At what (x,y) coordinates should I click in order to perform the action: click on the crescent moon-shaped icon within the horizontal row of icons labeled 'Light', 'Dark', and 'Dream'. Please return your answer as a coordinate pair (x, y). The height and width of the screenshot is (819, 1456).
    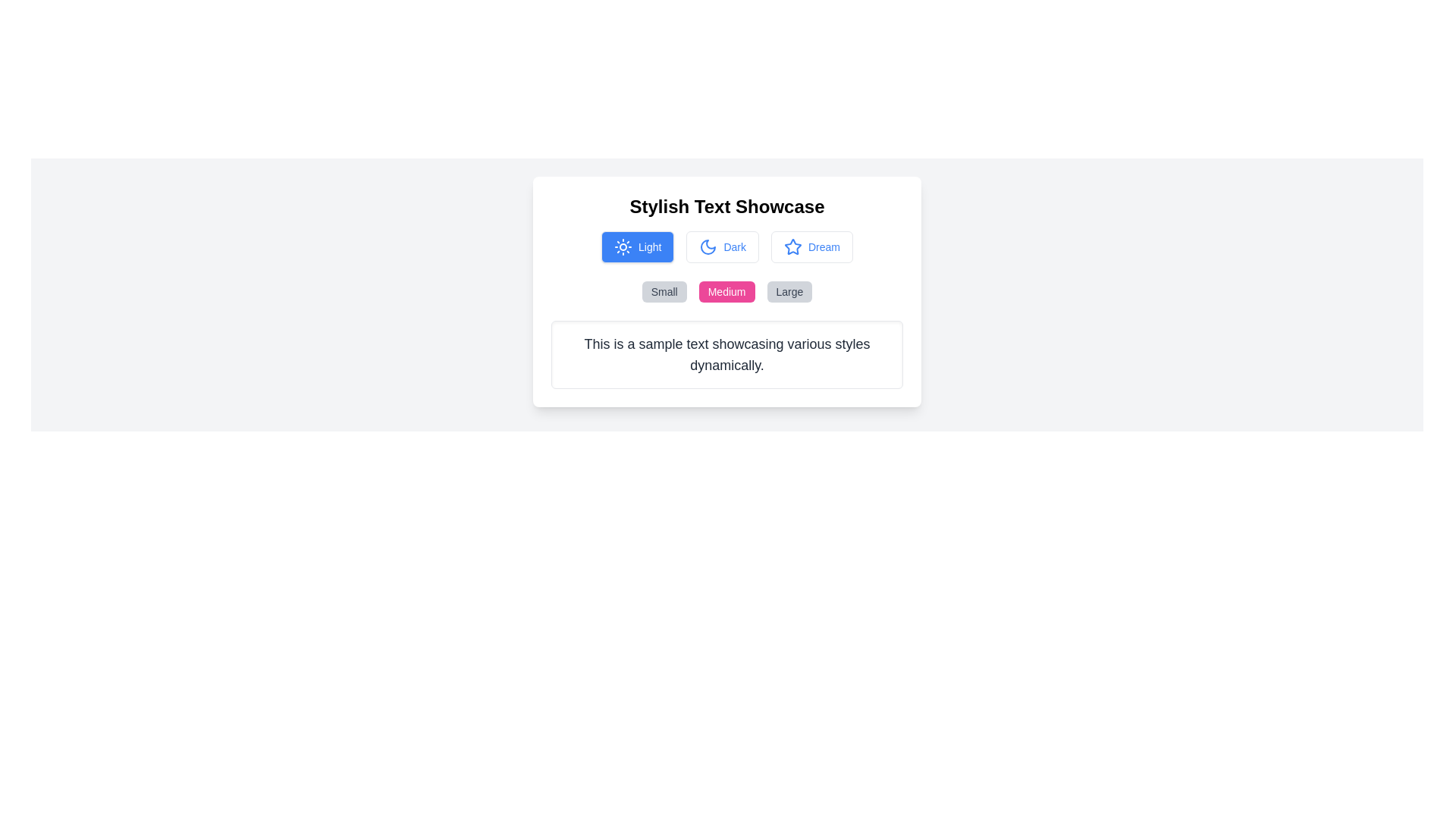
    Looking at the image, I should click on (708, 246).